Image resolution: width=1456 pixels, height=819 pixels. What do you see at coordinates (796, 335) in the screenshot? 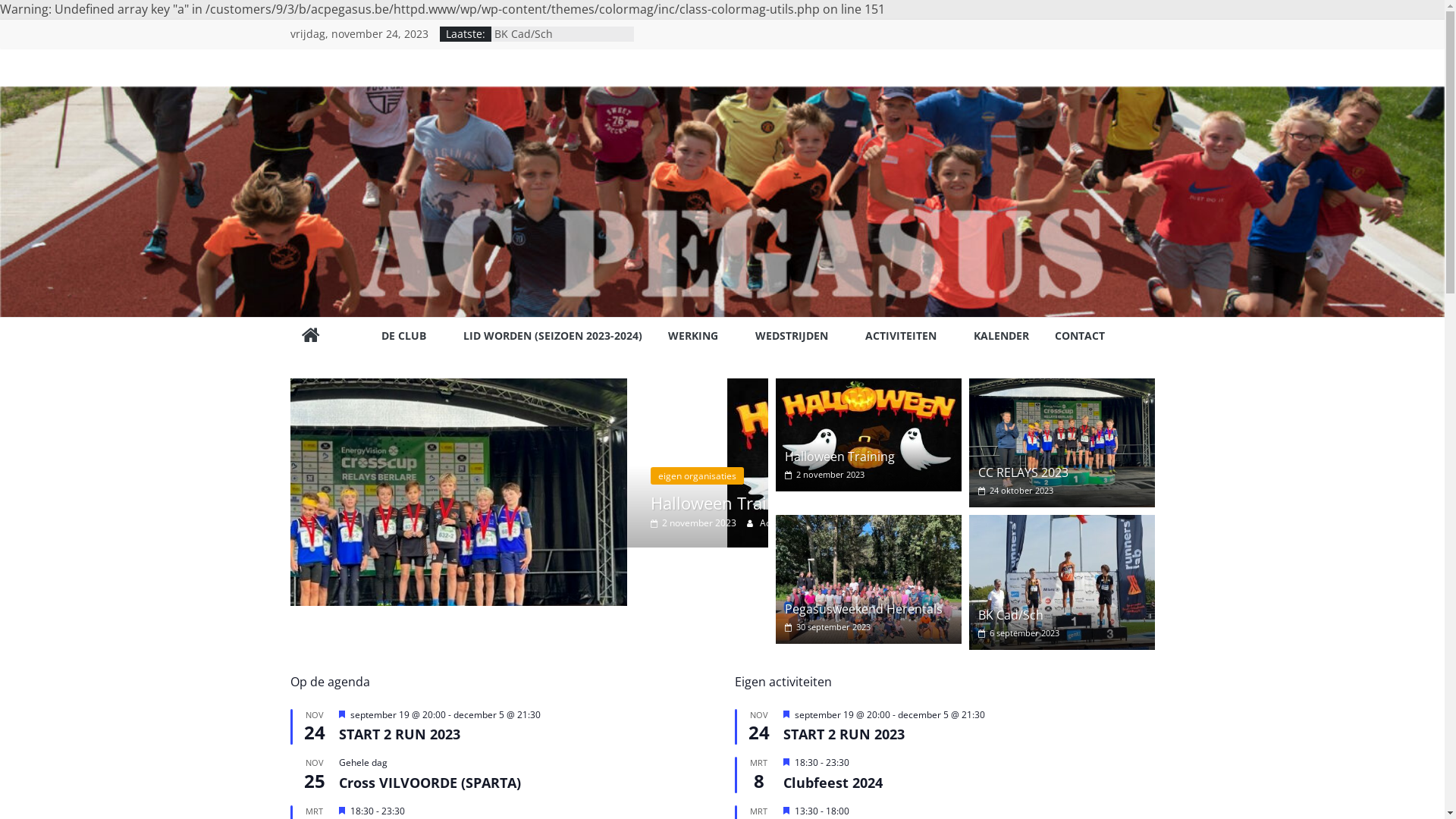
I see `'WEDSTRIJDEN'` at bounding box center [796, 335].